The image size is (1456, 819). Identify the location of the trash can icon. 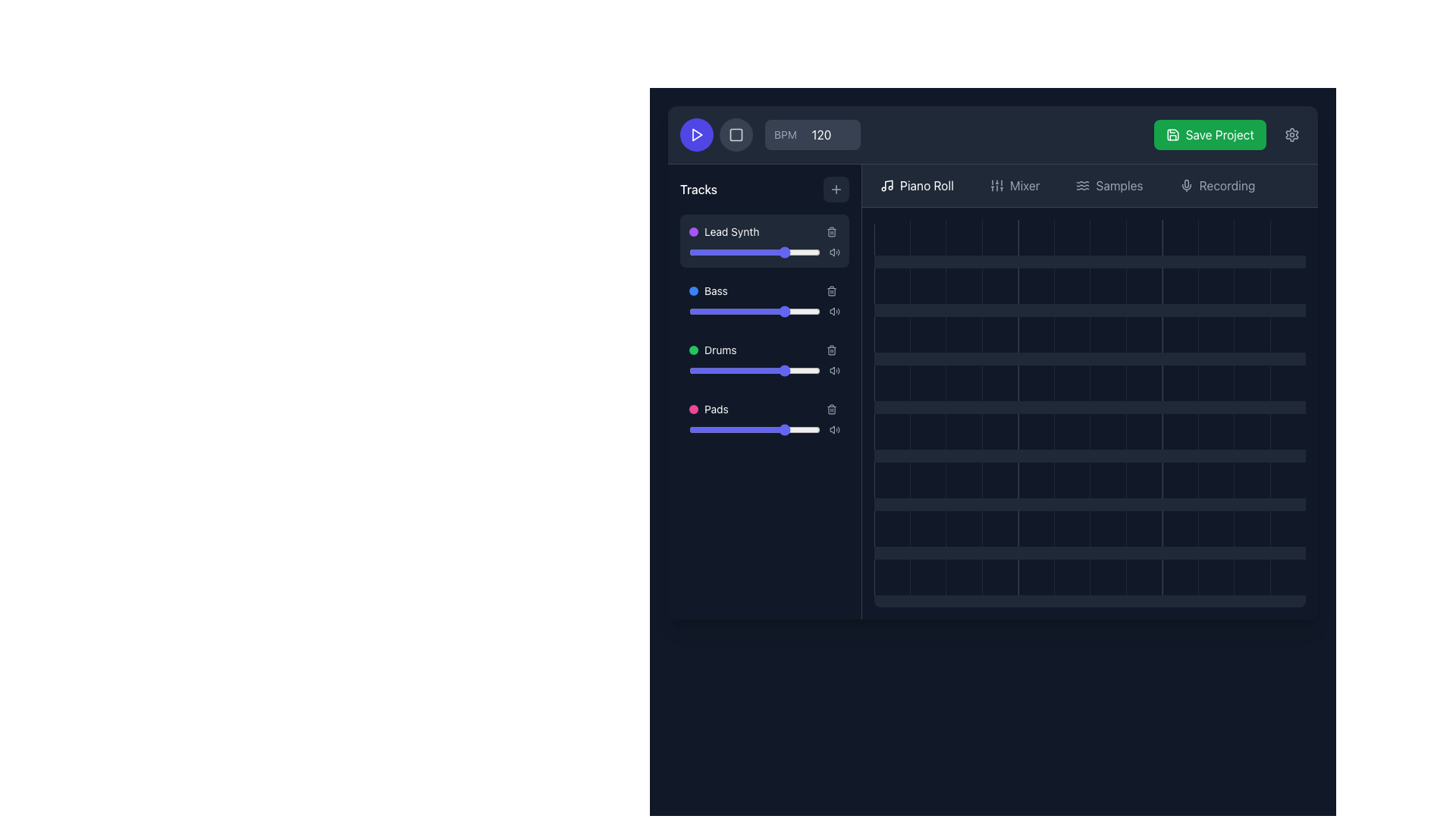
(831, 350).